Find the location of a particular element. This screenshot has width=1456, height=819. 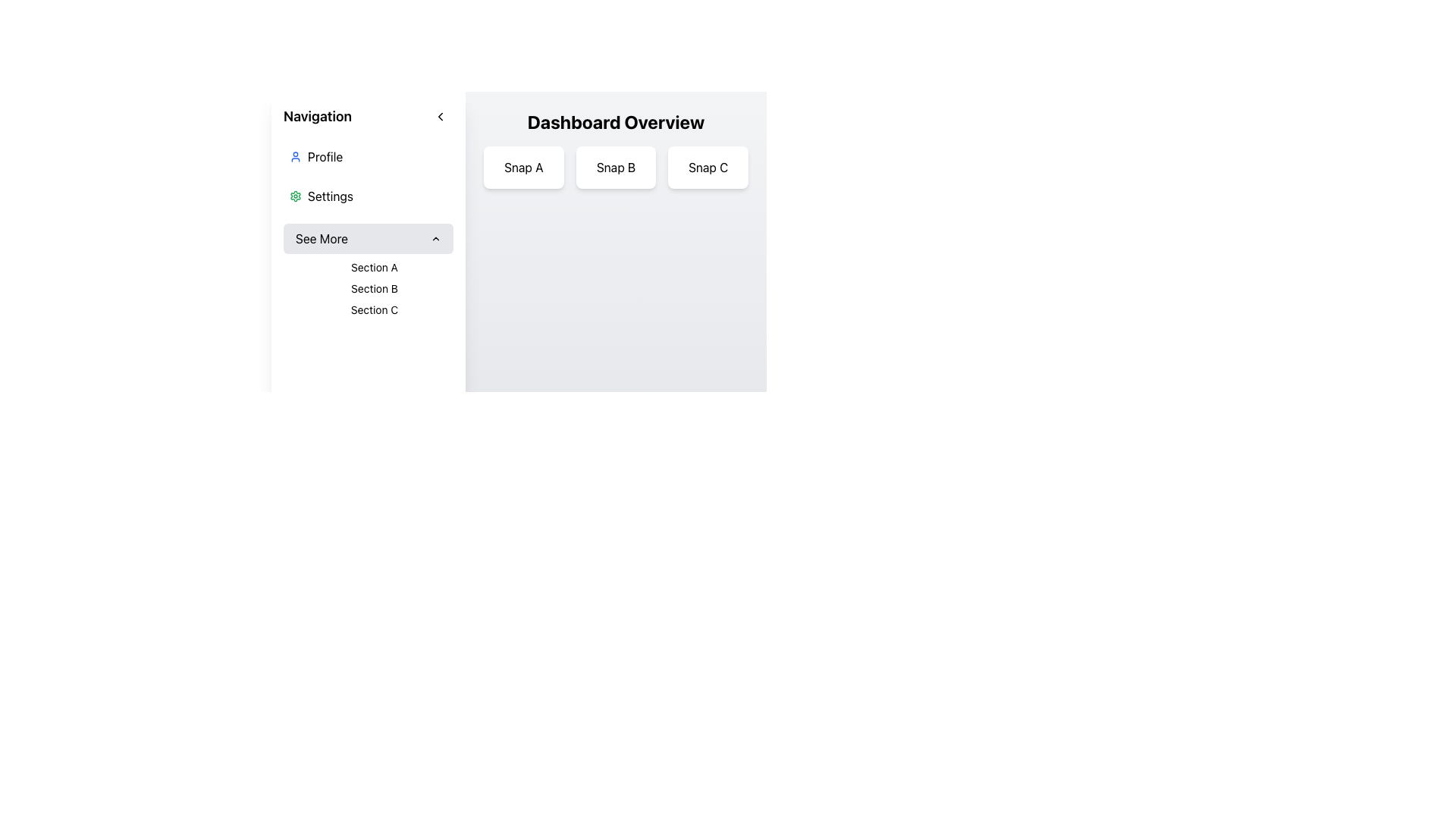

text label 'Section C' which is the last item in the navigation pane under the 'See More' section is located at coordinates (375, 309).